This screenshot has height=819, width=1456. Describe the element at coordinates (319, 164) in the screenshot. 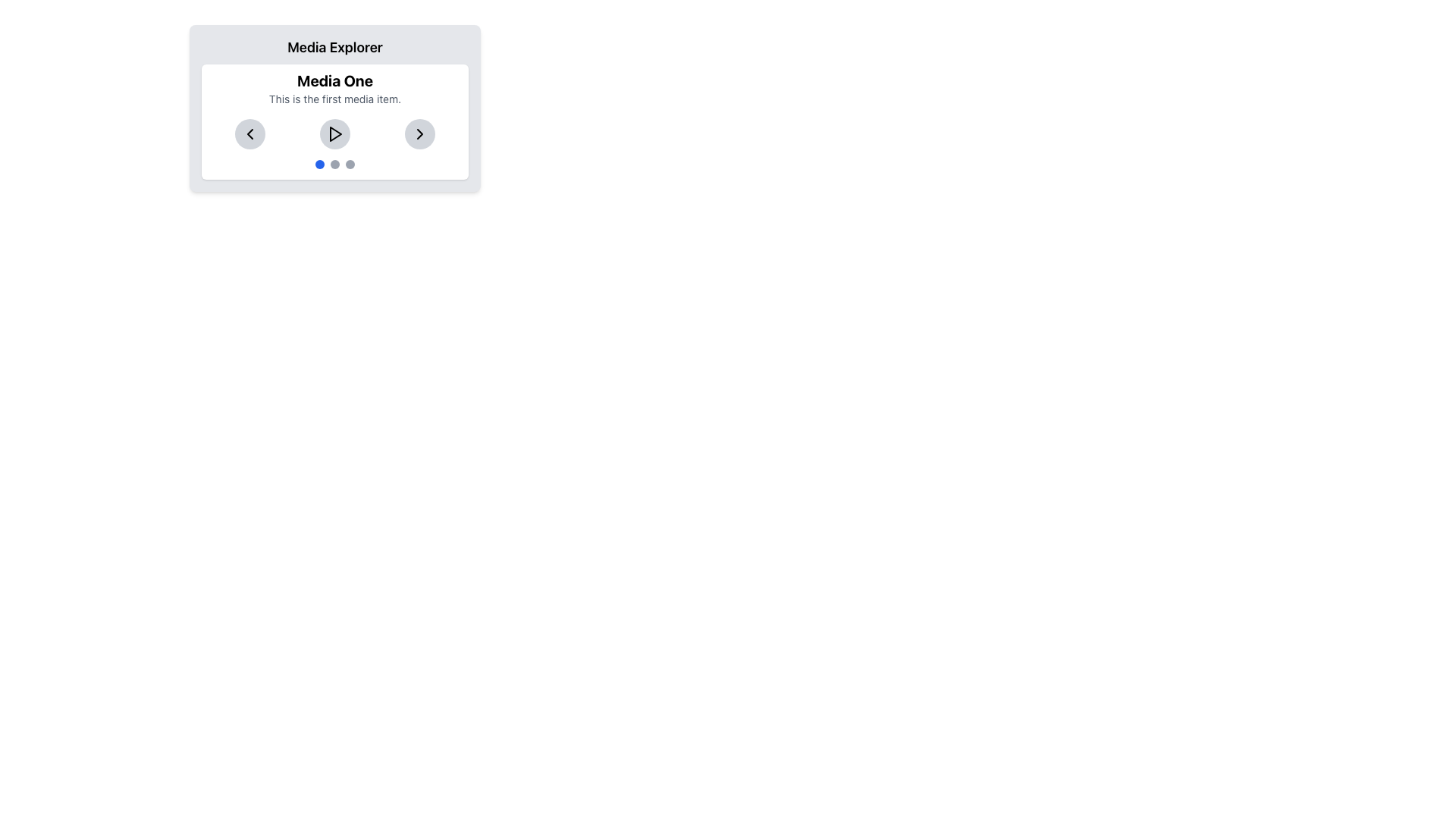

I see `the first interactive indicator dot, which is a circular dot with a blue background located below the media player section` at that location.